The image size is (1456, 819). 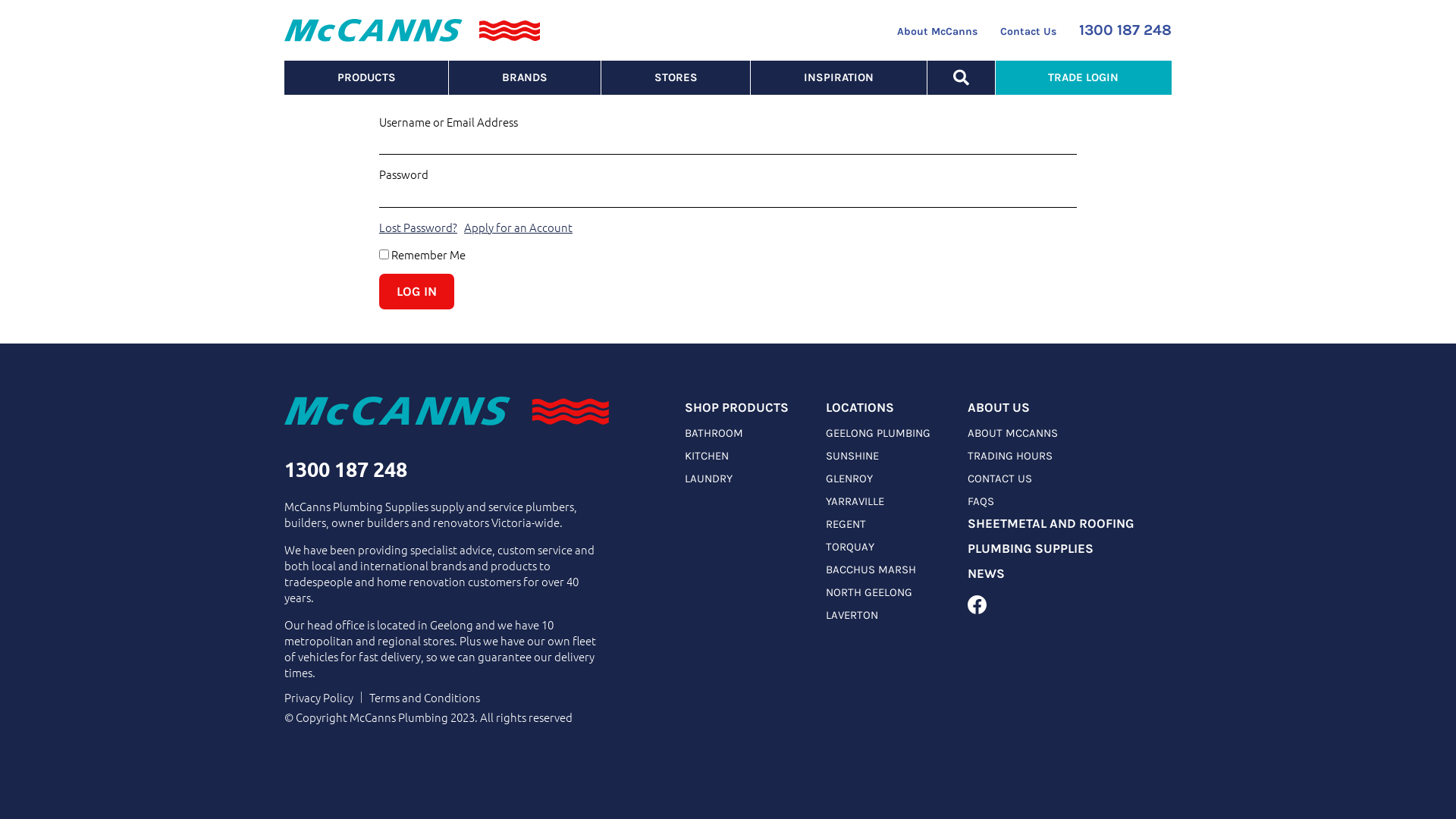 What do you see at coordinates (845, 522) in the screenshot?
I see `'REGENT'` at bounding box center [845, 522].